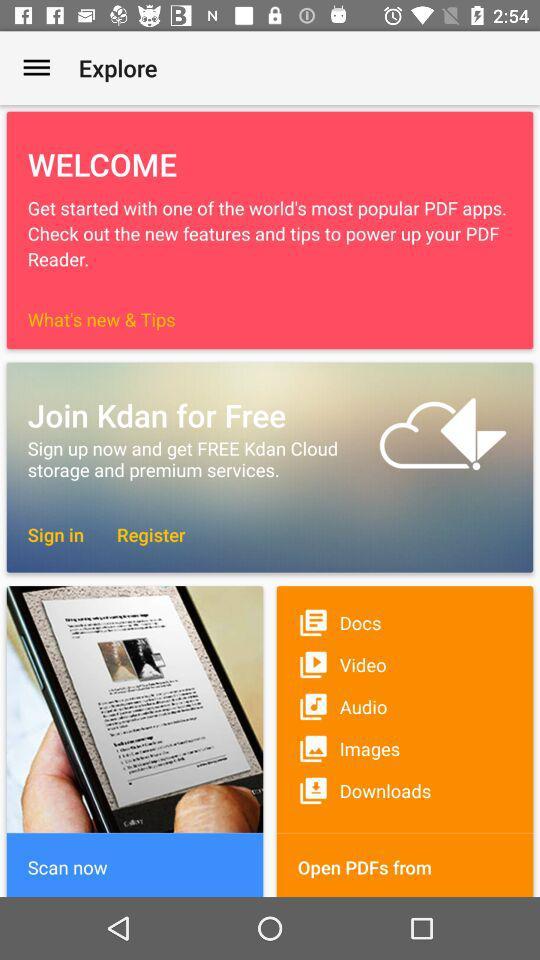  What do you see at coordinates (140, 533) in the screenshot?
I see `the register` at bounding box center [140, 533].